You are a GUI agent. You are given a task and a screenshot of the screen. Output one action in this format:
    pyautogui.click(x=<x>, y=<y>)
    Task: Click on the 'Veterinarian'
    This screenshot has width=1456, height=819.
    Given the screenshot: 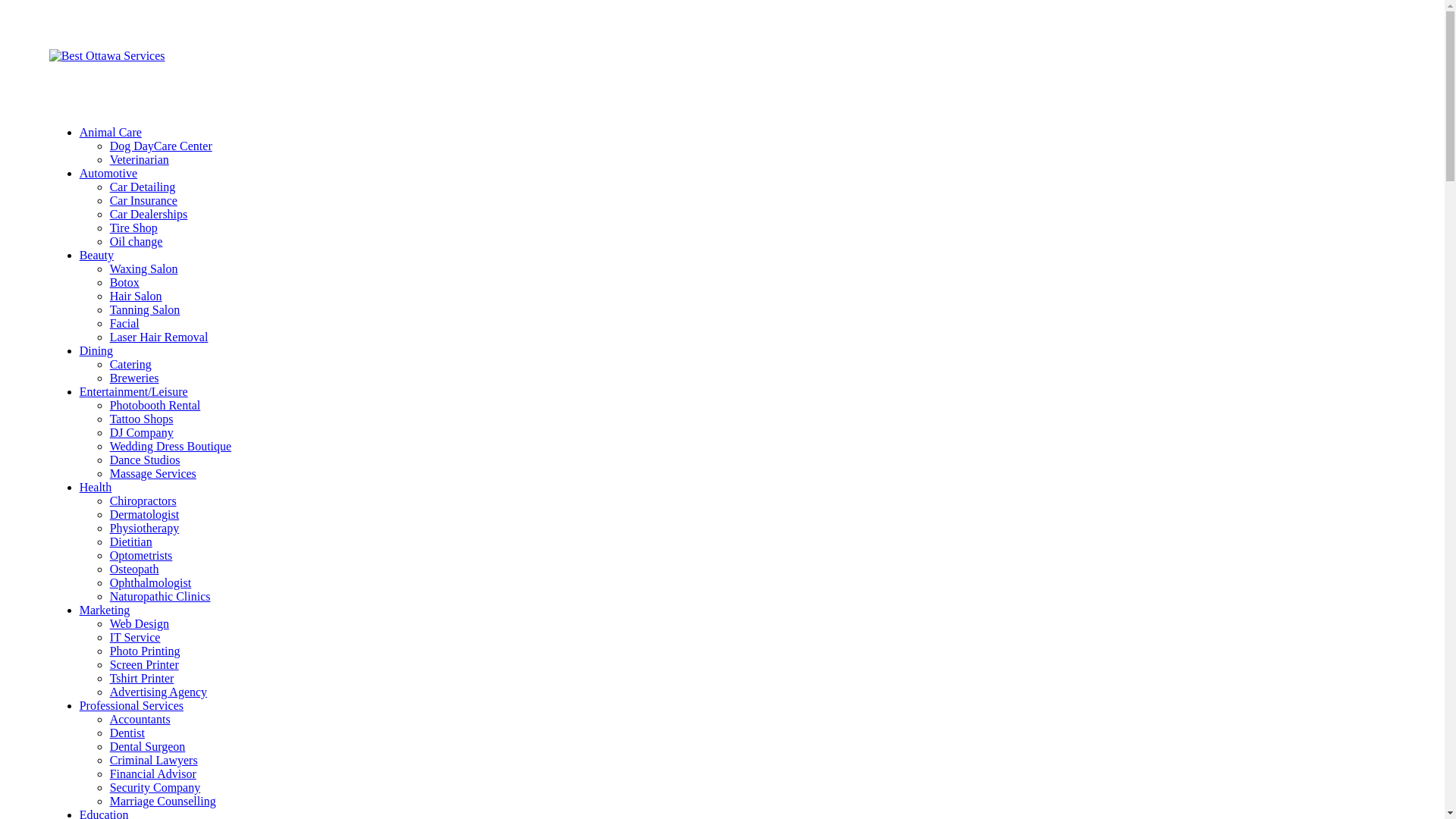 What is the action you would take?
    pyautogui.click(x=139, y=159)
    